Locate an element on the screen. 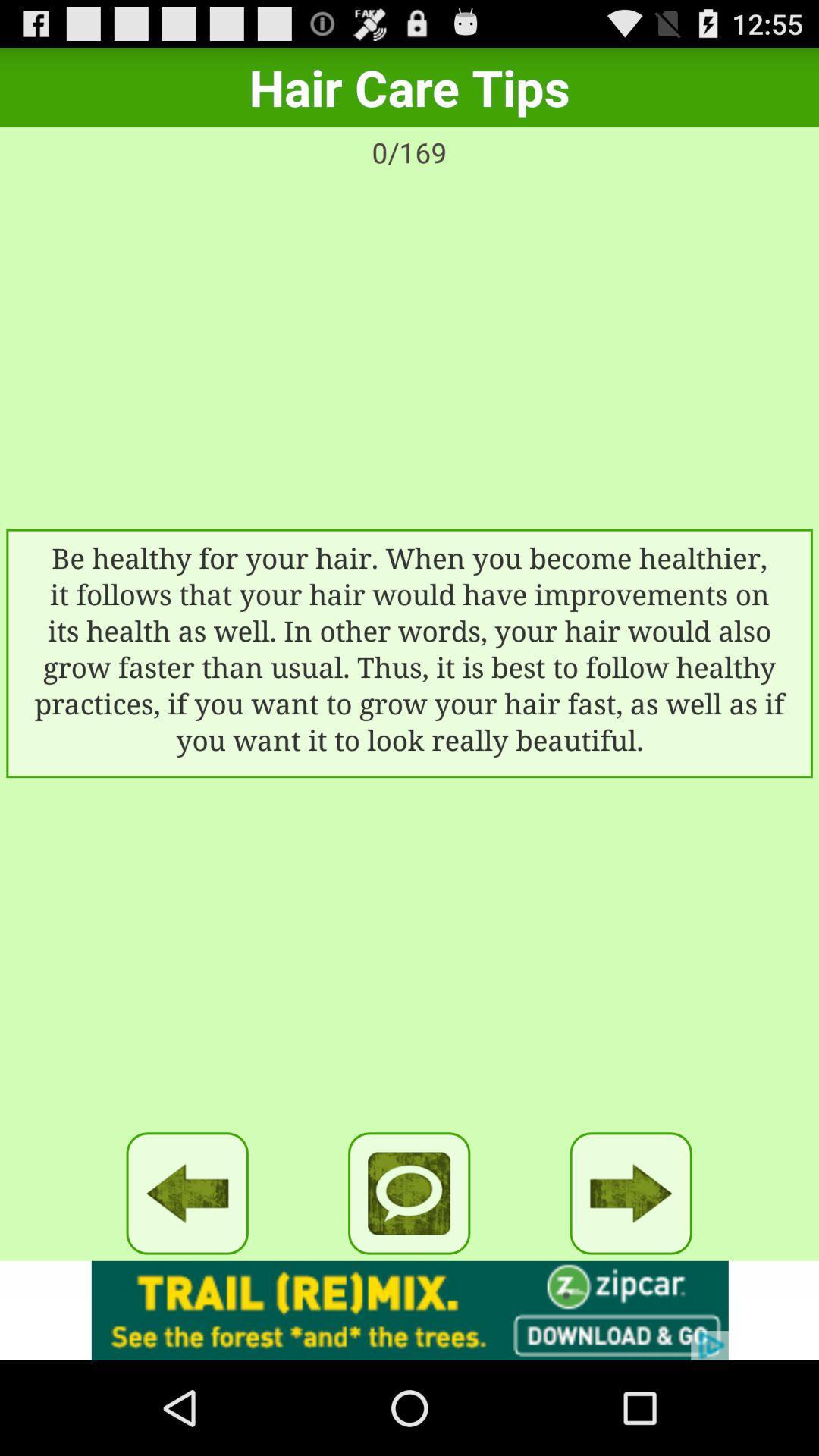 The width and height of the screenshot is (819, 1456). go forward is located at coordinates (631, 1192).